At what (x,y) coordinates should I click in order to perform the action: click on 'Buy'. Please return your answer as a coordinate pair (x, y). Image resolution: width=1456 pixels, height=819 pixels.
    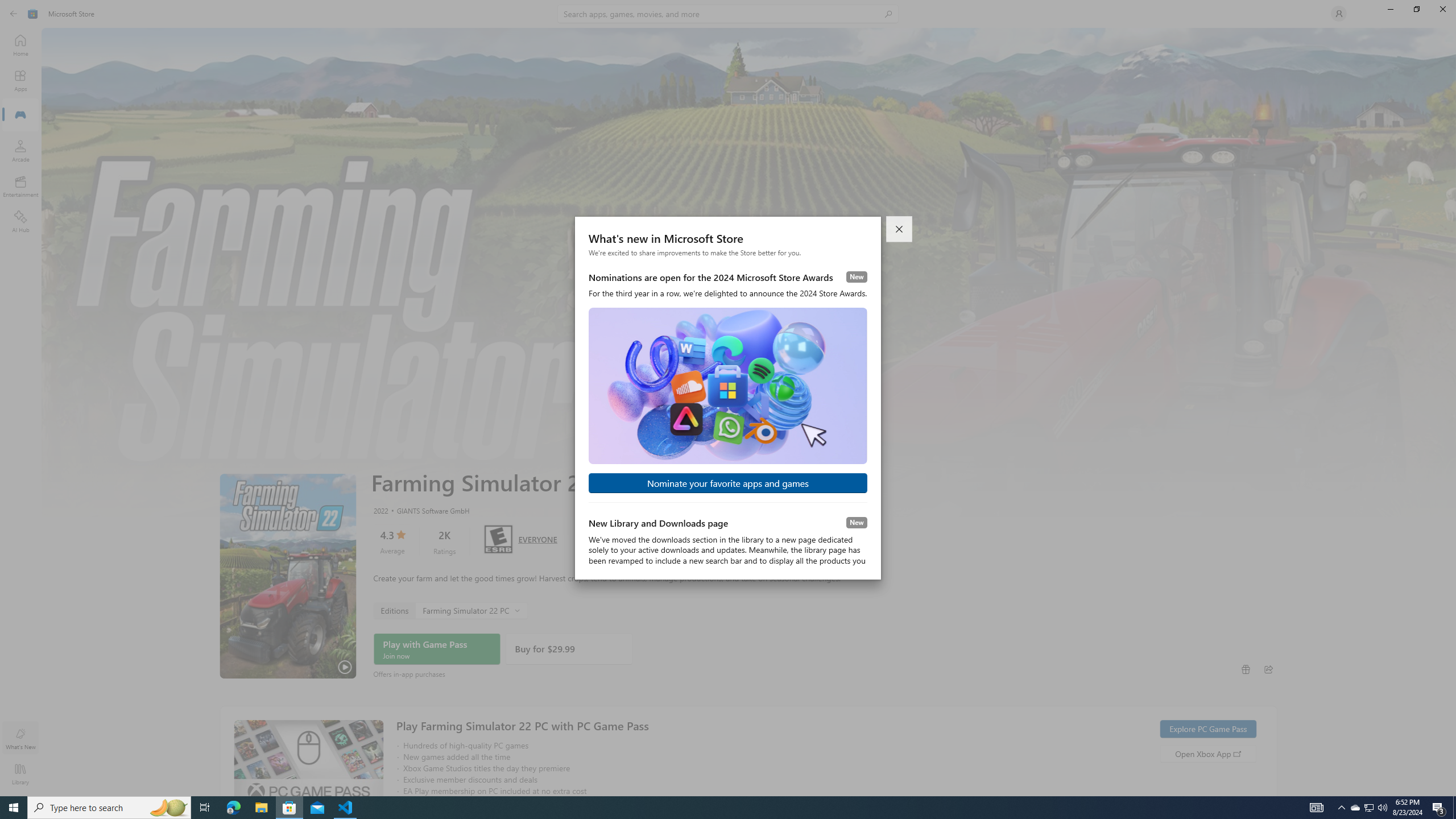
    Looking at the image, I should click on (568, 649).